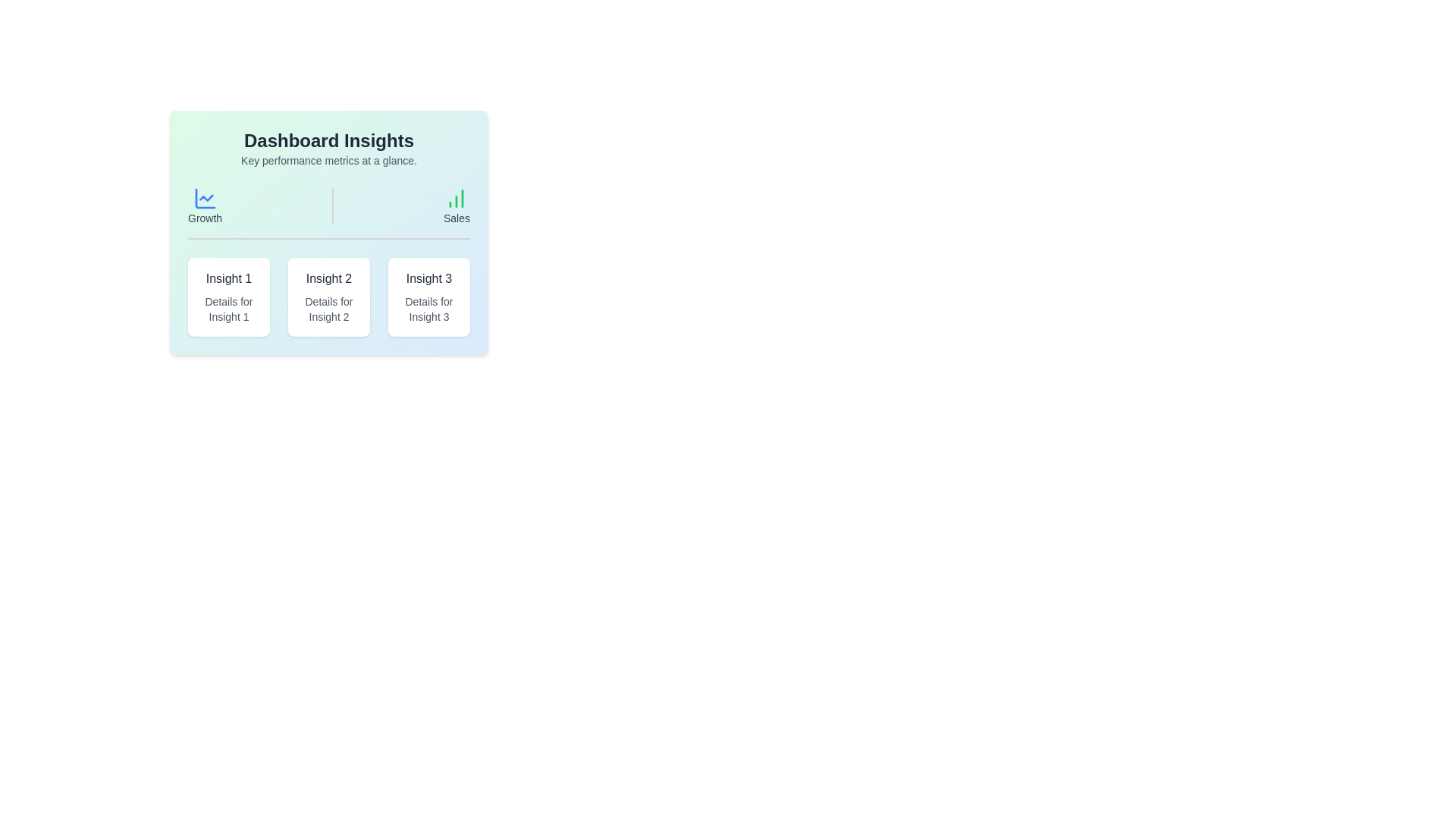  I want to click on the text label that displays 'Insight 1', so click(228, 278).